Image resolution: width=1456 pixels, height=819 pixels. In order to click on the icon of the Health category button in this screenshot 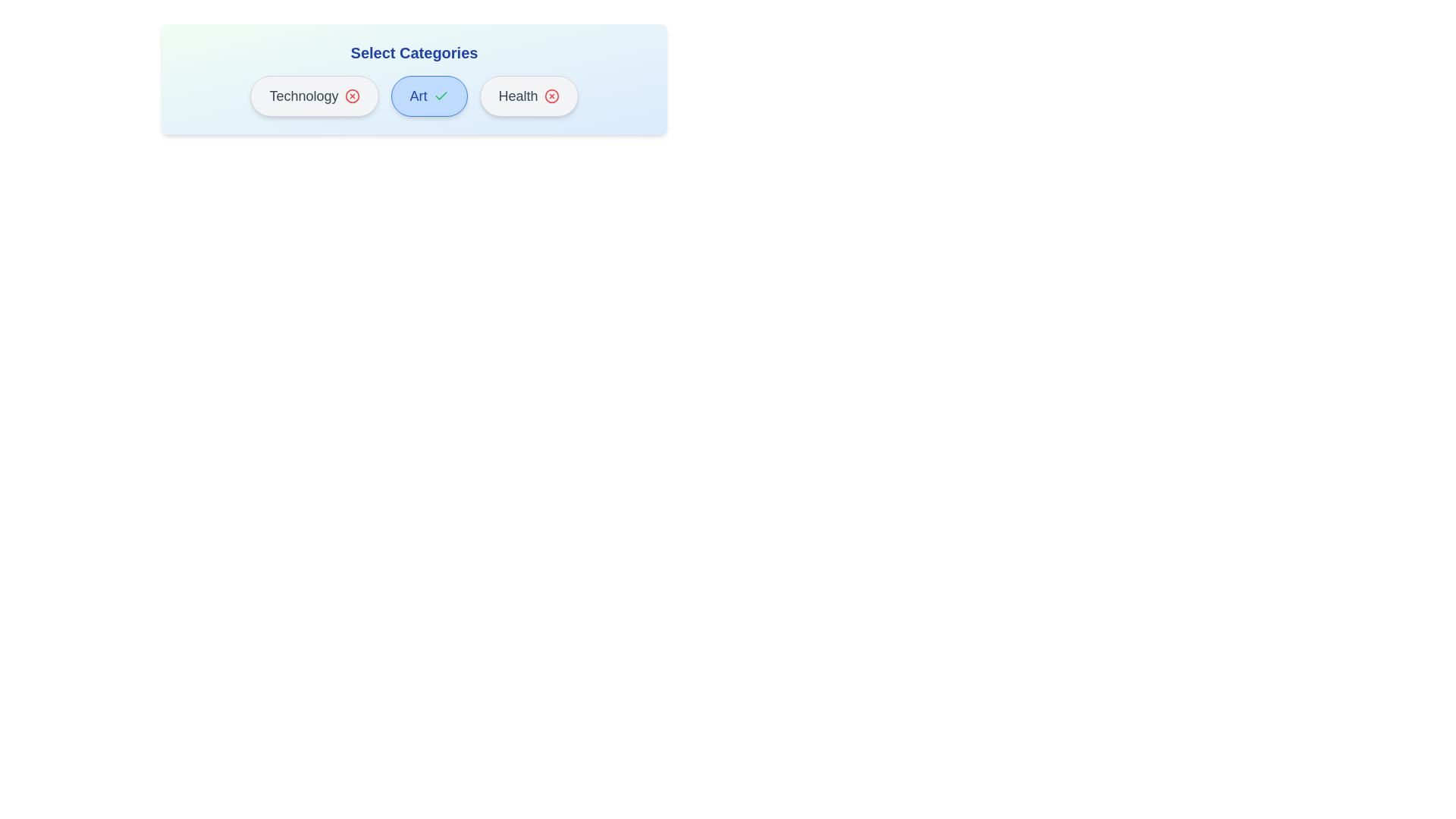, I will do `click(551, 96)`.